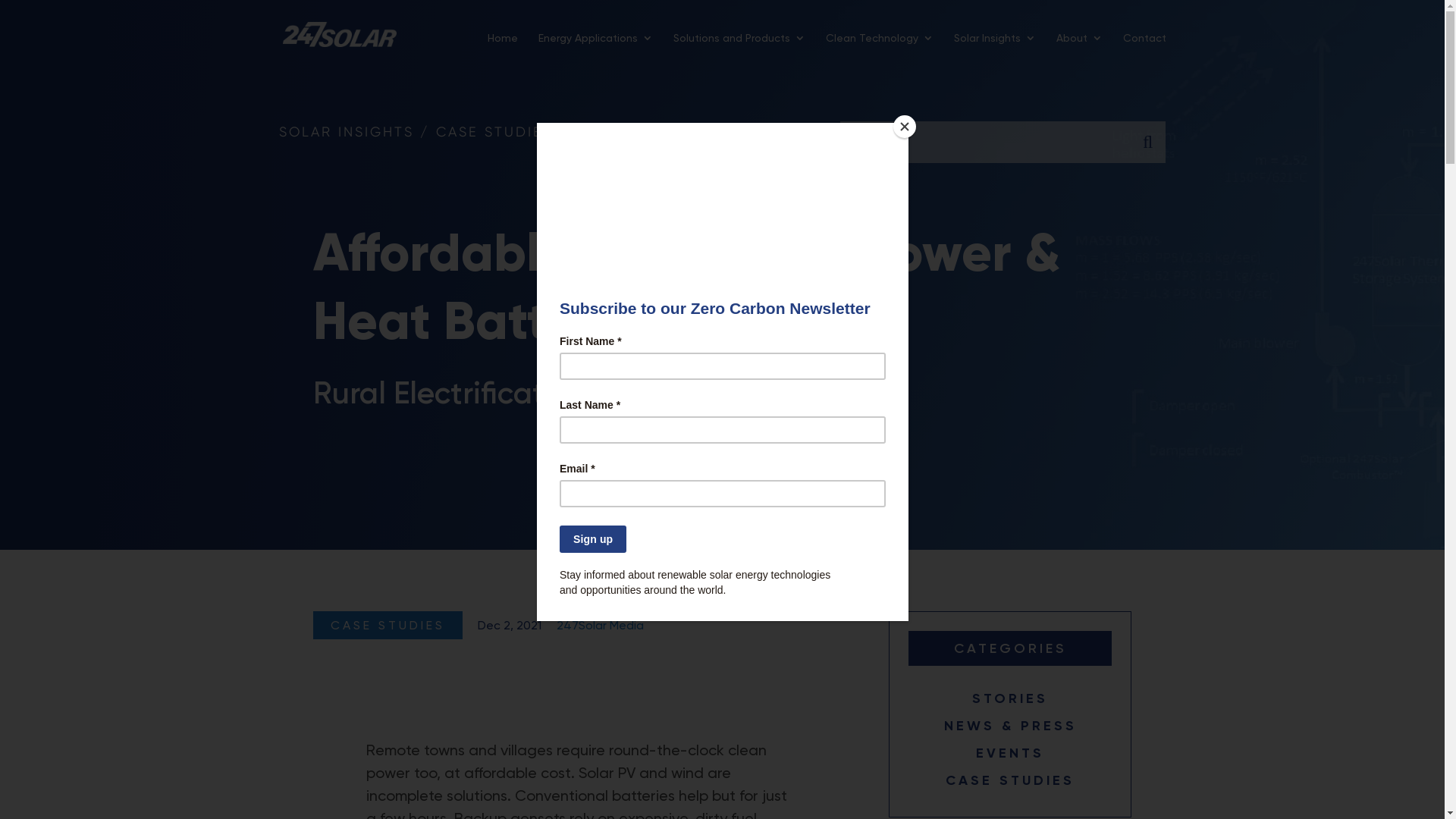  I want to click on 'Energy Applications', so click(538, 49).